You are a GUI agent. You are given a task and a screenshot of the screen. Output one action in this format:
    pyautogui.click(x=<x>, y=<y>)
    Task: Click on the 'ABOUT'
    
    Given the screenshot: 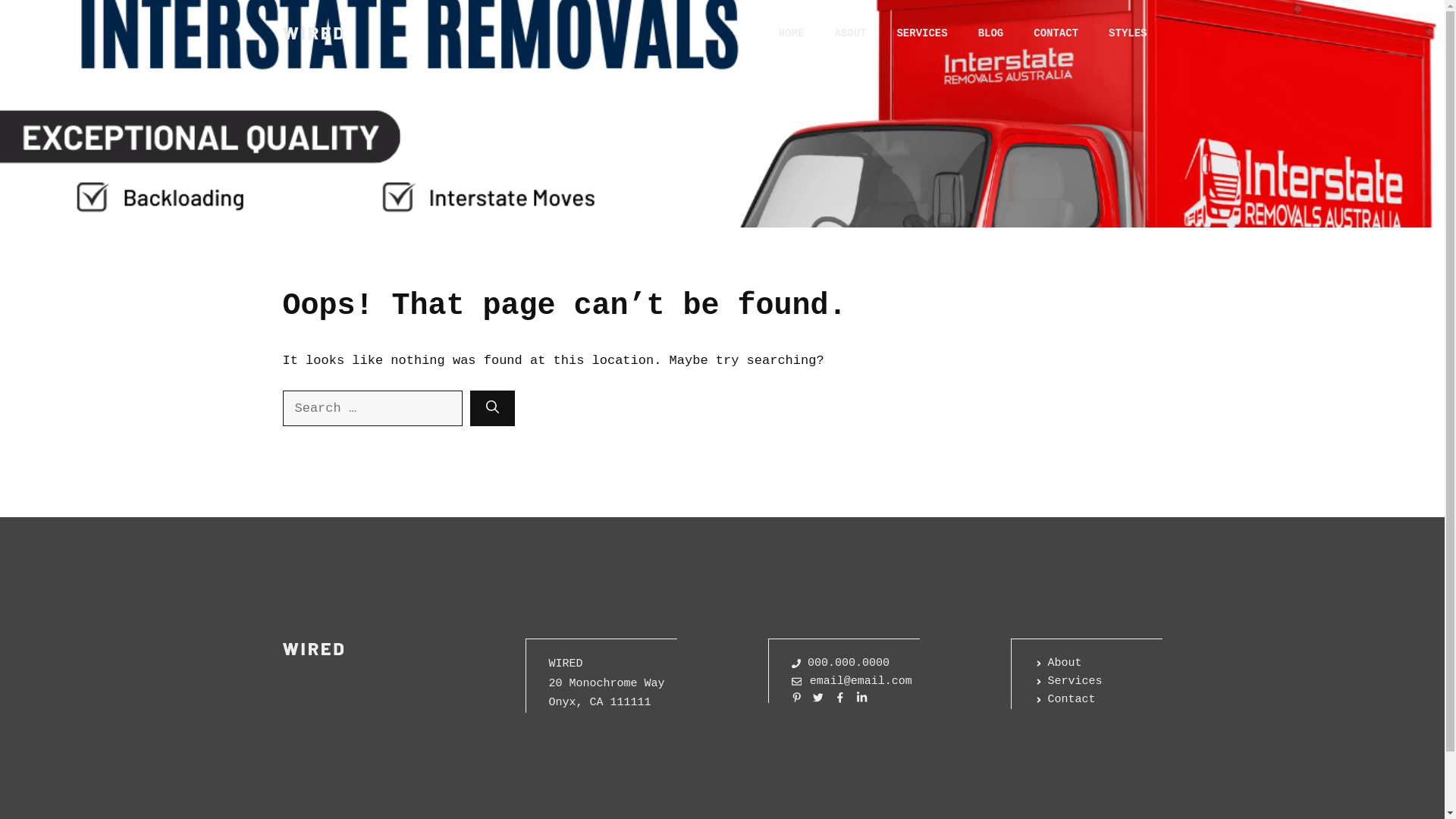 What is the action you would take?
    pyautogui.click(x=850, y=33)
    